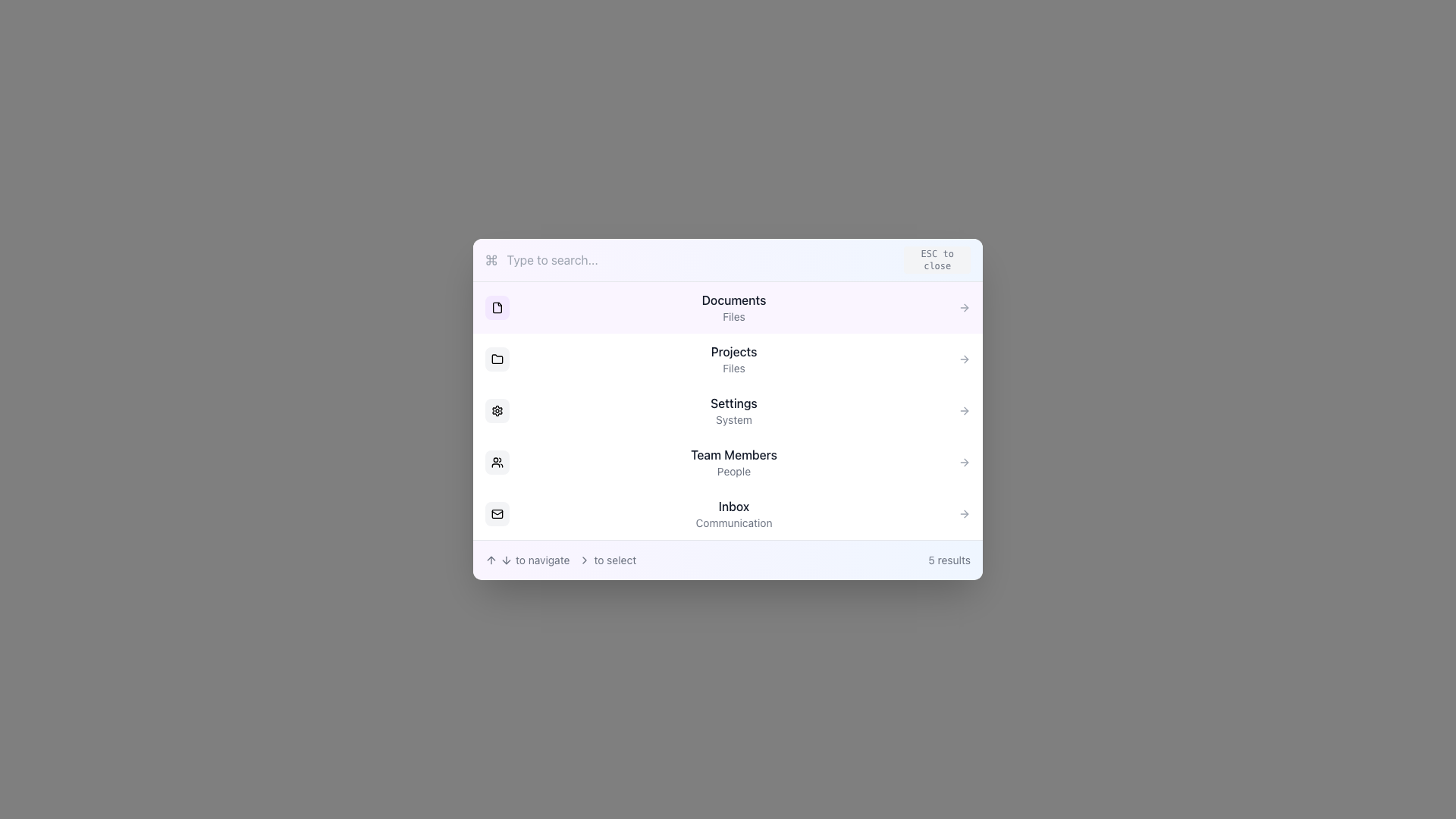 The image size is (1456, 819). I want to click on the icons and text for navigation guidance on the Informational panel located at the bottom of the interface, so click(728, 559).